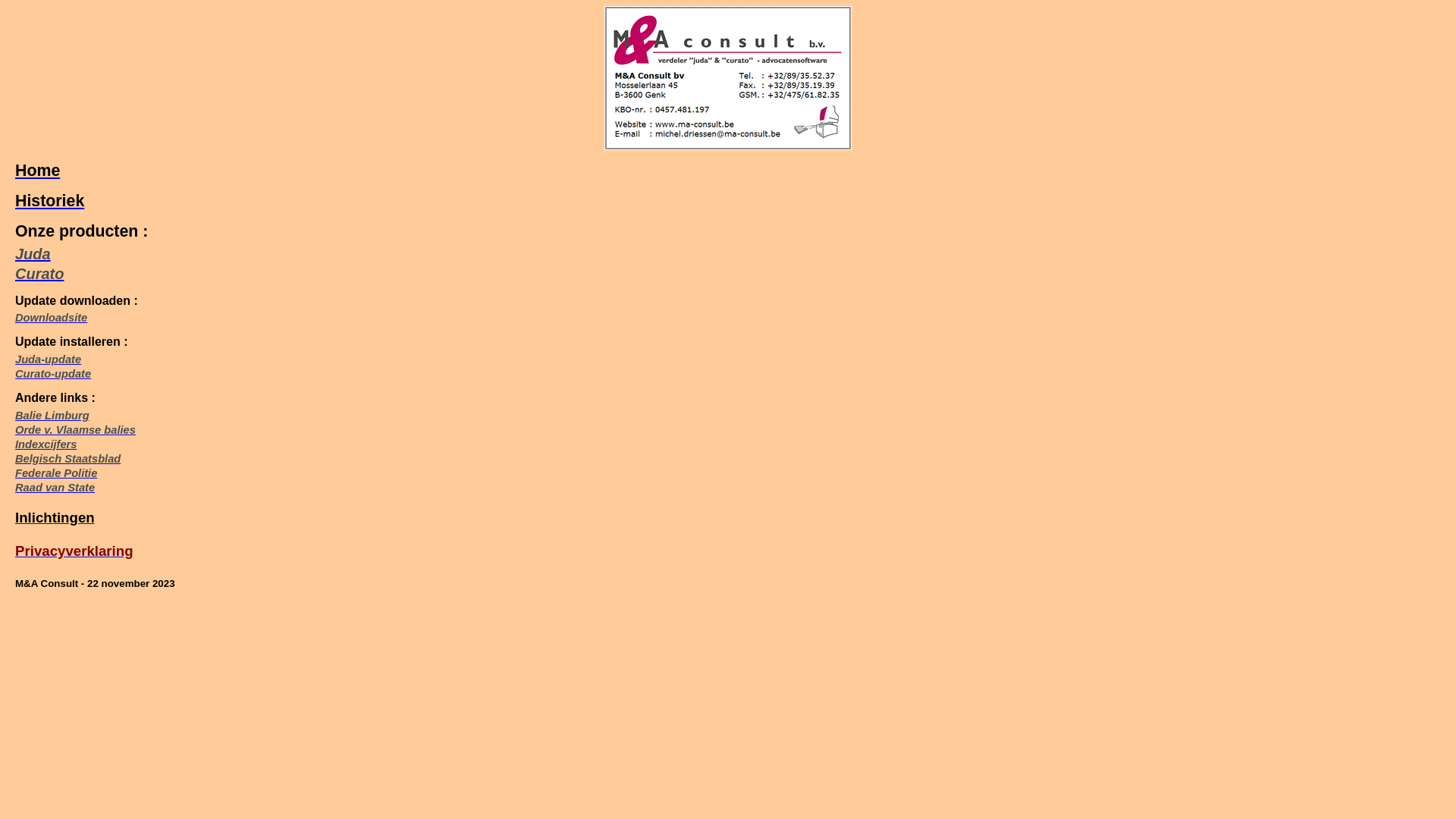  Describe the element at coordinates (45, 444) in the screenshot. I see `'Indexcijfers'` at that location.